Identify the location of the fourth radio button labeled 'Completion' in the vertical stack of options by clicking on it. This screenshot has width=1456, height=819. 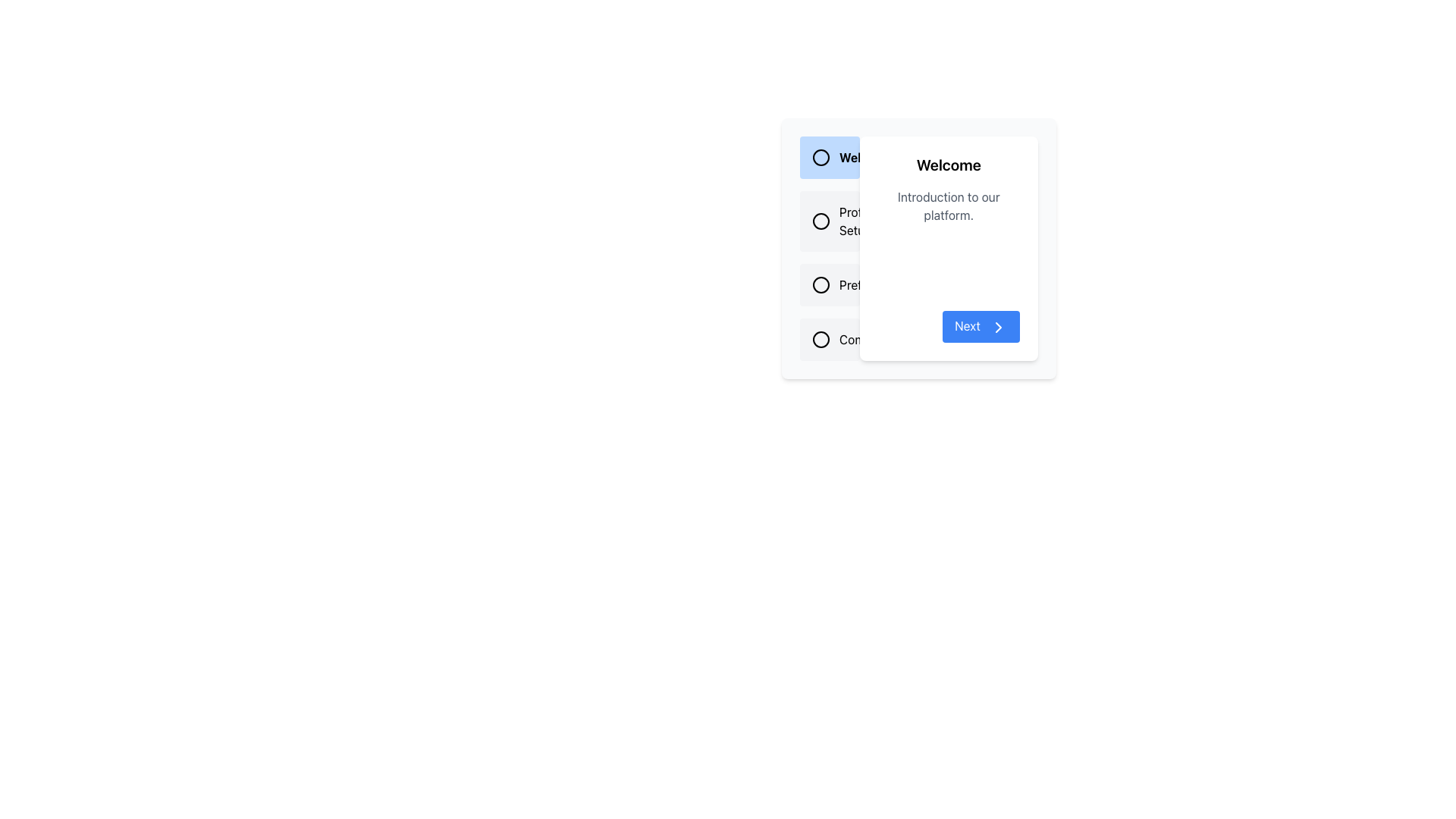
(829, 338).